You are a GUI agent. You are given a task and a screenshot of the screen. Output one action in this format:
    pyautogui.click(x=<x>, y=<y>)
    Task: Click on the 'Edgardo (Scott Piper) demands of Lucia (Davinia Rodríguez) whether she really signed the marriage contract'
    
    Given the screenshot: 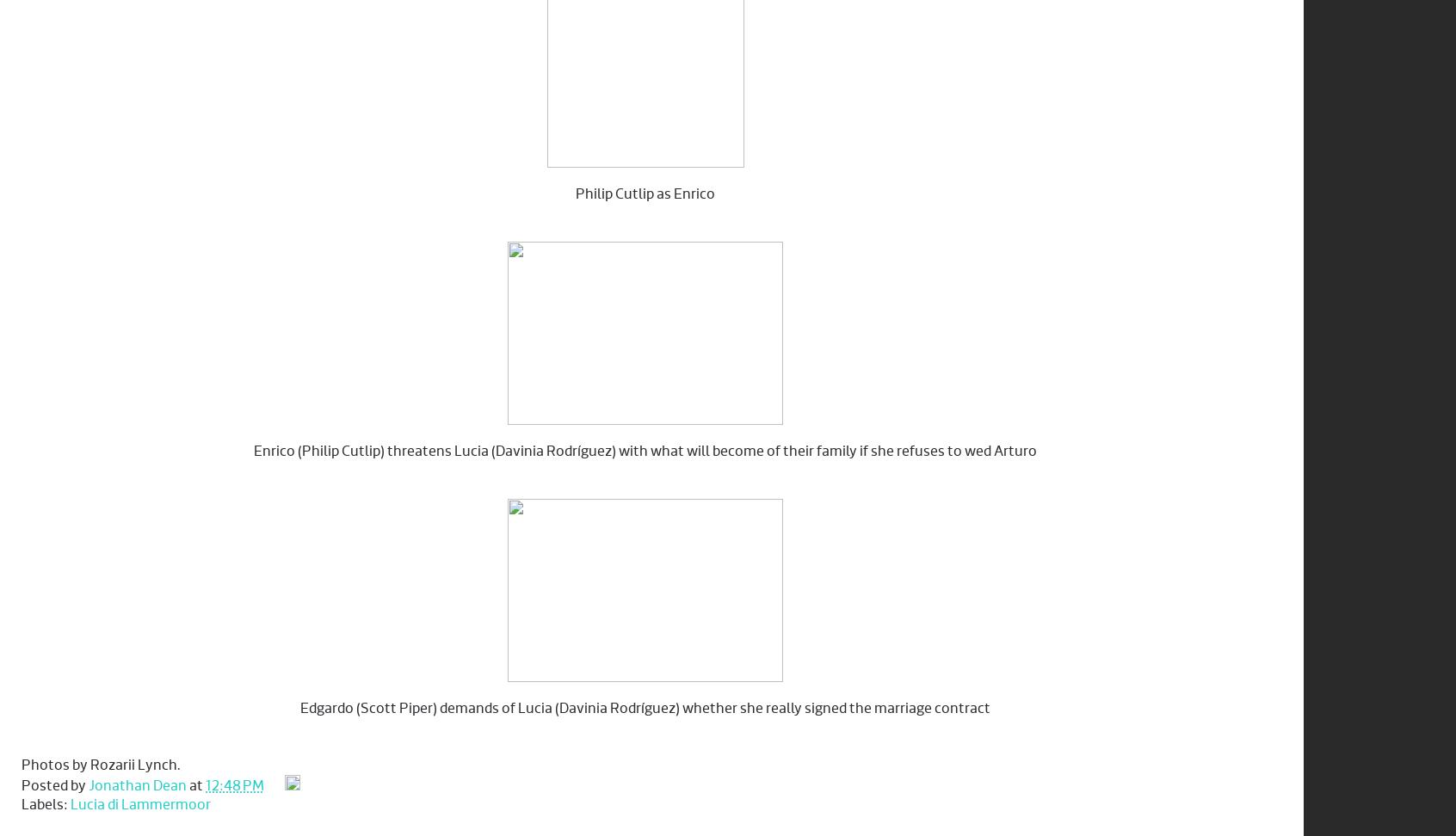 What is the action you would take?
    pyautogui.click(x=299, y=707)
    